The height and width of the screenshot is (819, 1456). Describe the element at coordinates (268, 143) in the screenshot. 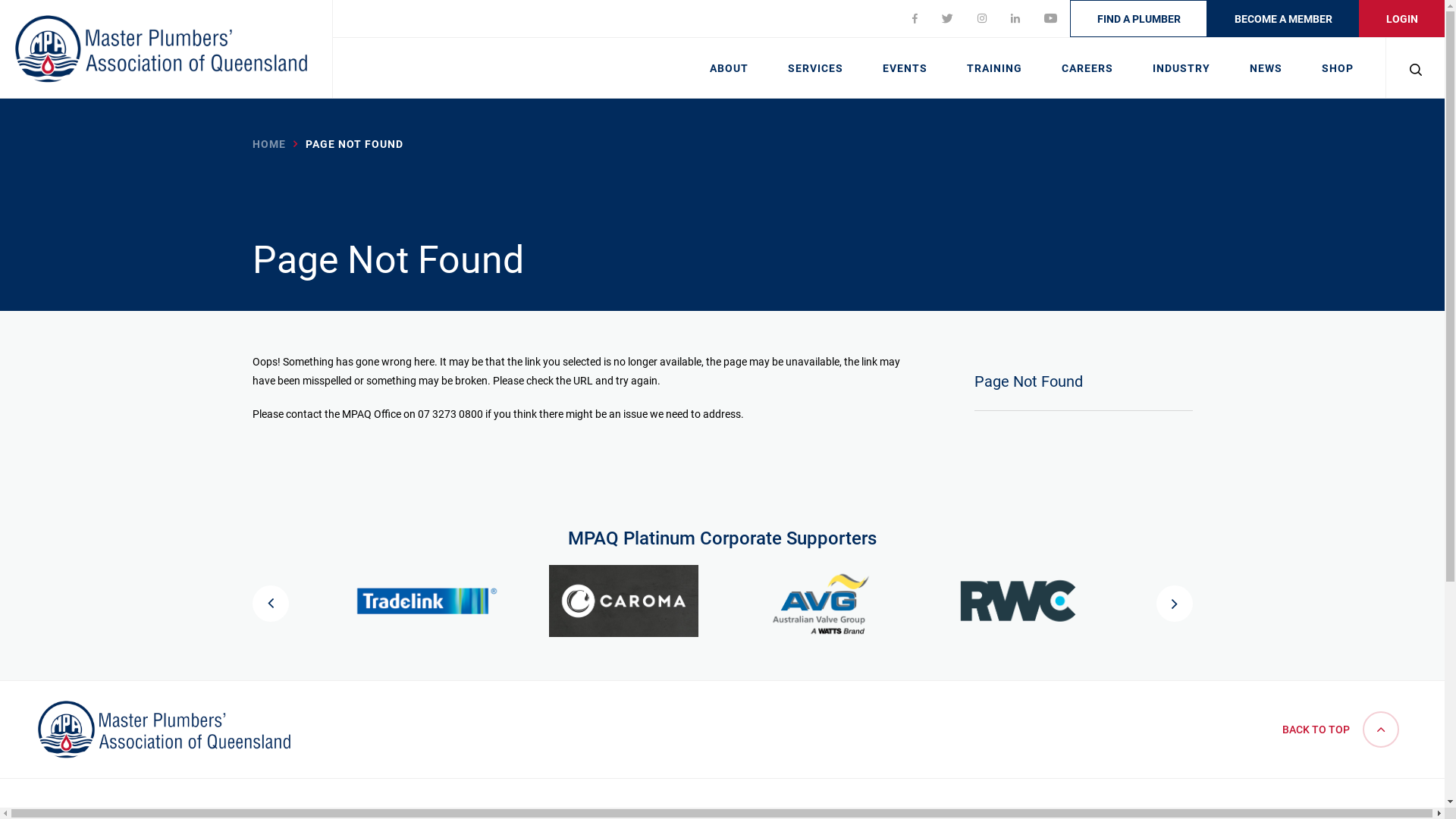

I see `'HOME'` at that location.